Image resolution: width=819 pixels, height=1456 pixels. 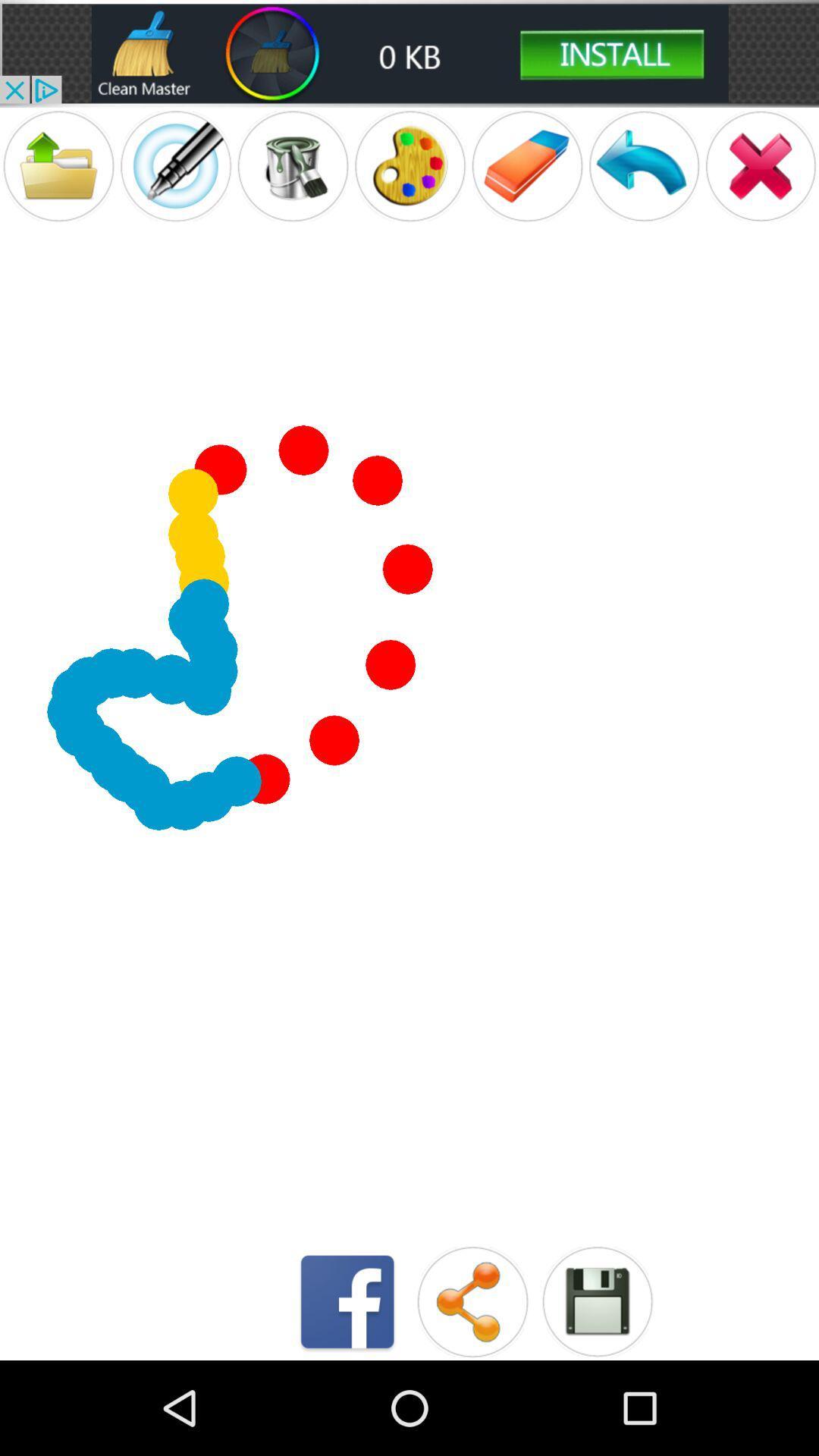 What do you see at coordinates (347, 1301) in the screenshot?
I see `facebook` at bounding box center [347, 1301].